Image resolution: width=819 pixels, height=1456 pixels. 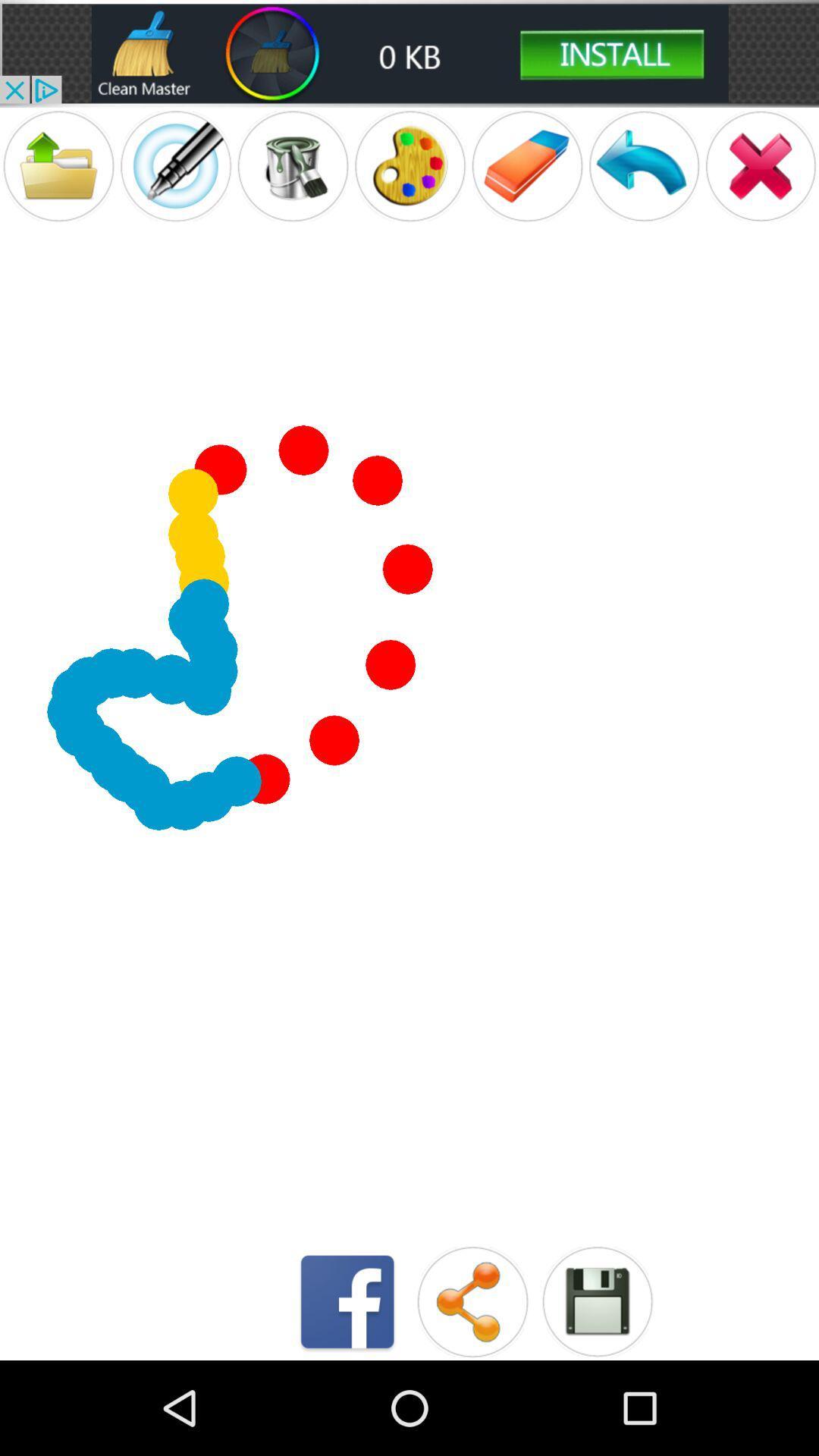 What do you see at coordinates (347, 1301) in the screenshot?
I see `facebook` at bounding box center [347, 1301].